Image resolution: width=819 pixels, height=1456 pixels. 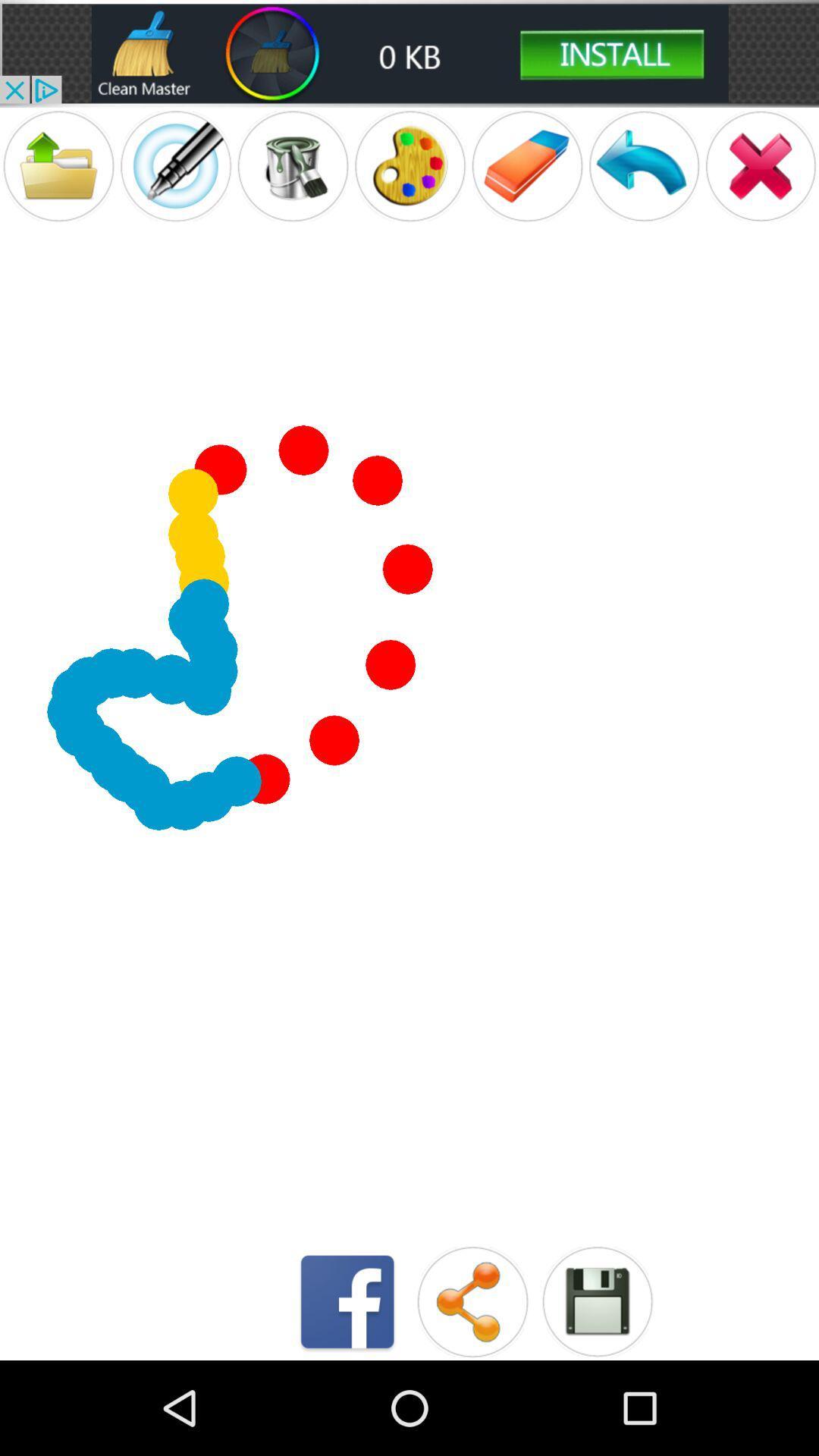 What do you see at coordinates (347, 1301) in the screenshot?
I see `facebook` at bounding box center [347, 1301].